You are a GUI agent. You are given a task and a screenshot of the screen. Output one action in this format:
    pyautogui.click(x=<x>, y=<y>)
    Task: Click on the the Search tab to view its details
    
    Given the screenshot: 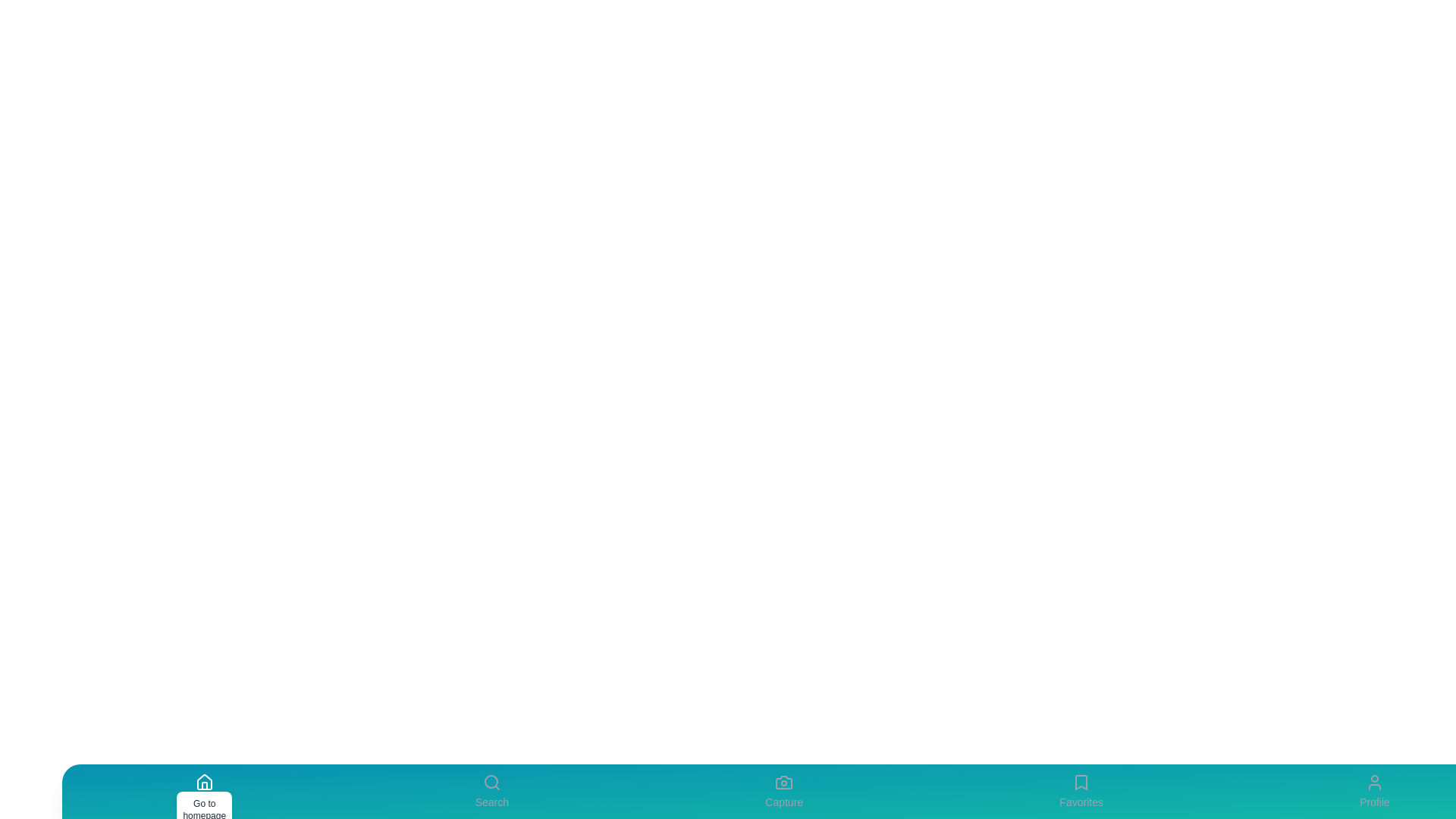 What is the action you would take?
    pyautogui.click(x=491, y=791)
    